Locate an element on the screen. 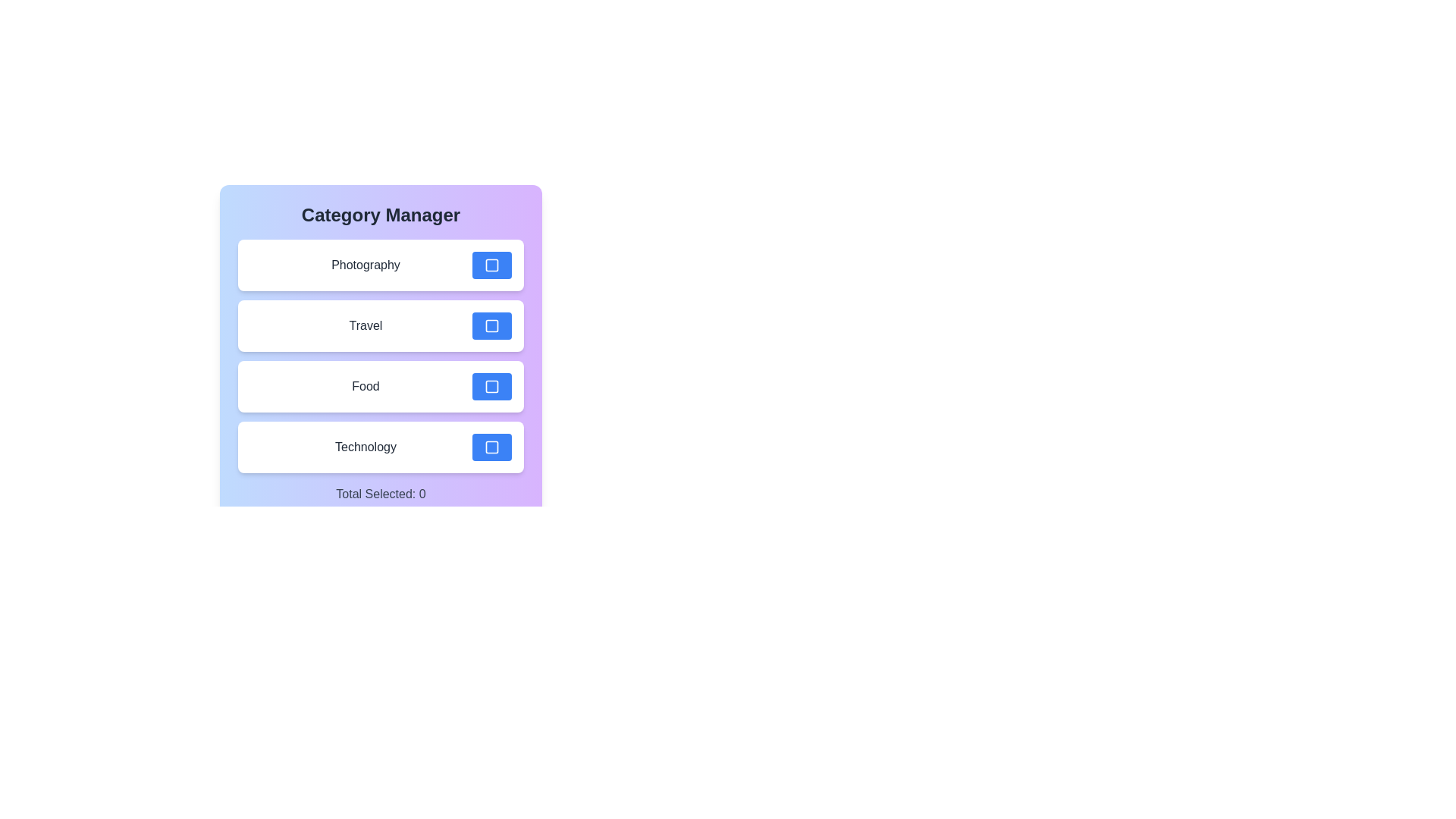 This screenshot has width=1456, height=819. the toggle button for the Food category is located at coordinates (491, 385).